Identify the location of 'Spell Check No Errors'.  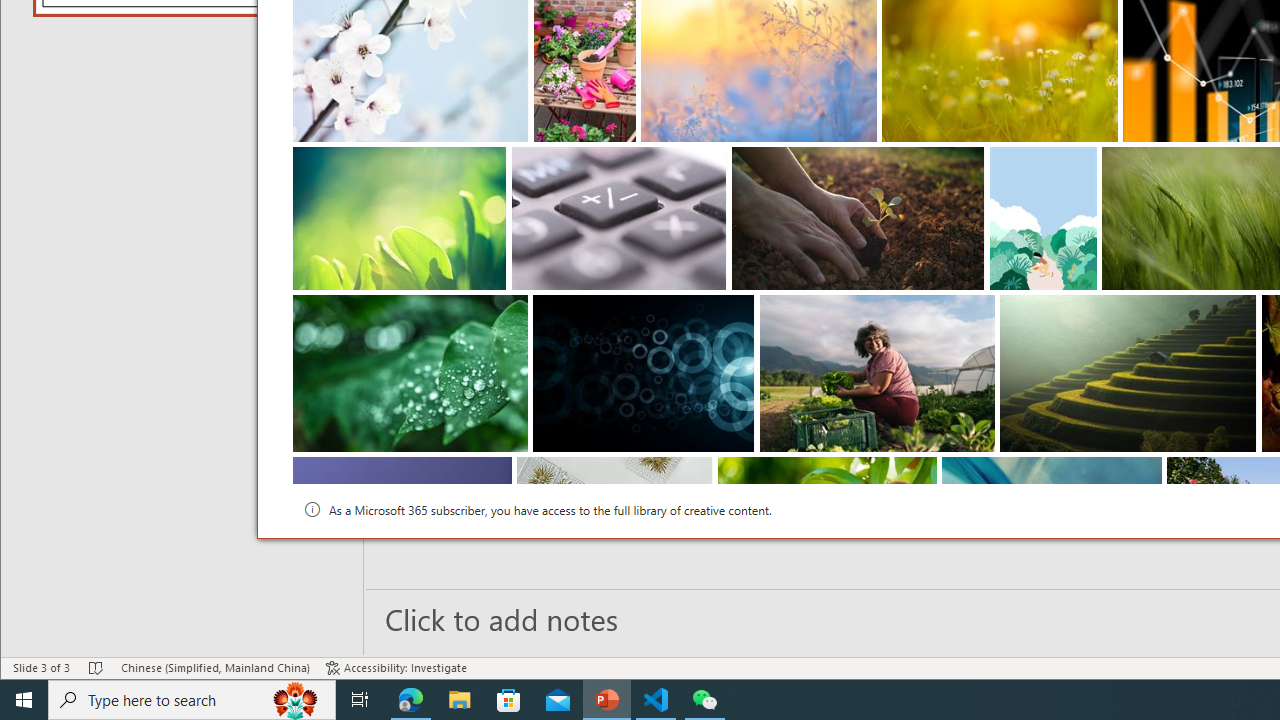
(95, 668).